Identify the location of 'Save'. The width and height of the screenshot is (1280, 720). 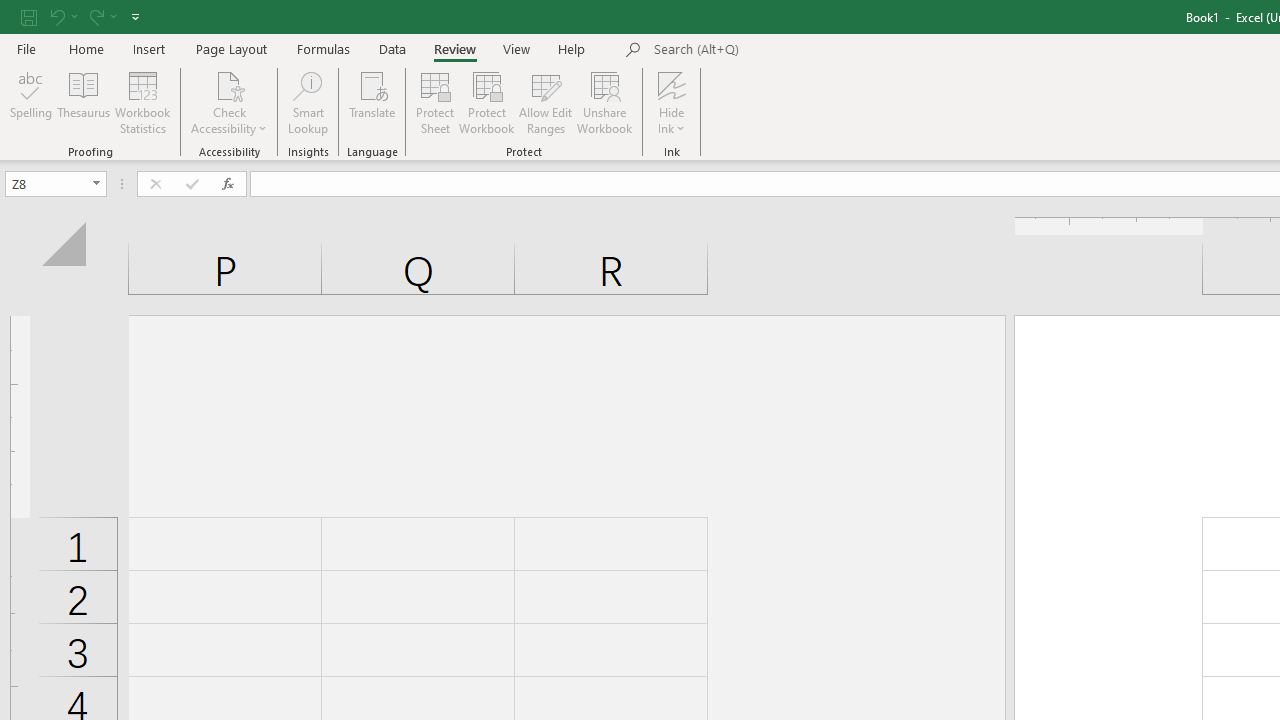
(29, 16).